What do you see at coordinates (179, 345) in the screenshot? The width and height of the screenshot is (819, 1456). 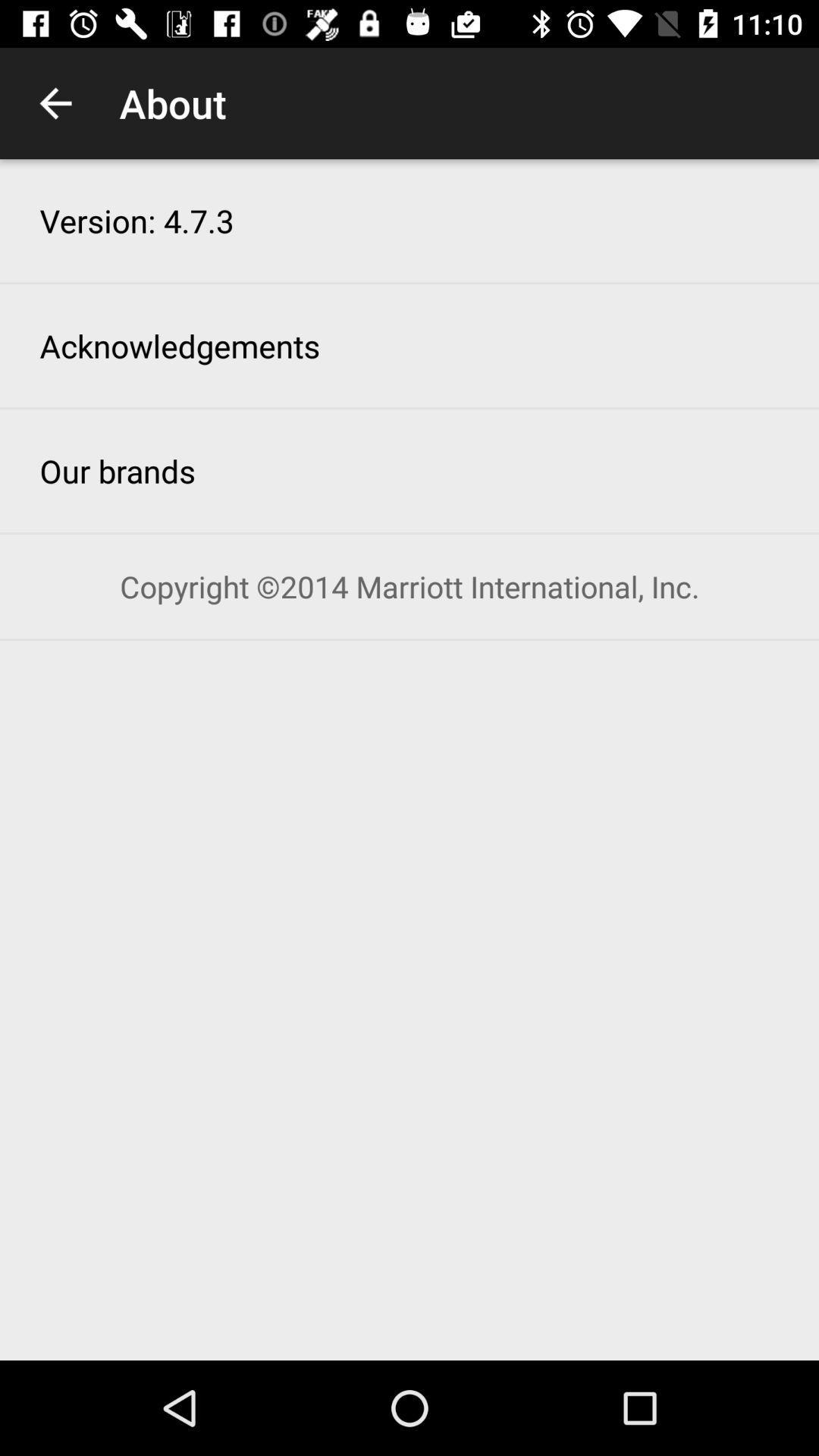 I see `icon above our brands` at bounding box center [179, 345].